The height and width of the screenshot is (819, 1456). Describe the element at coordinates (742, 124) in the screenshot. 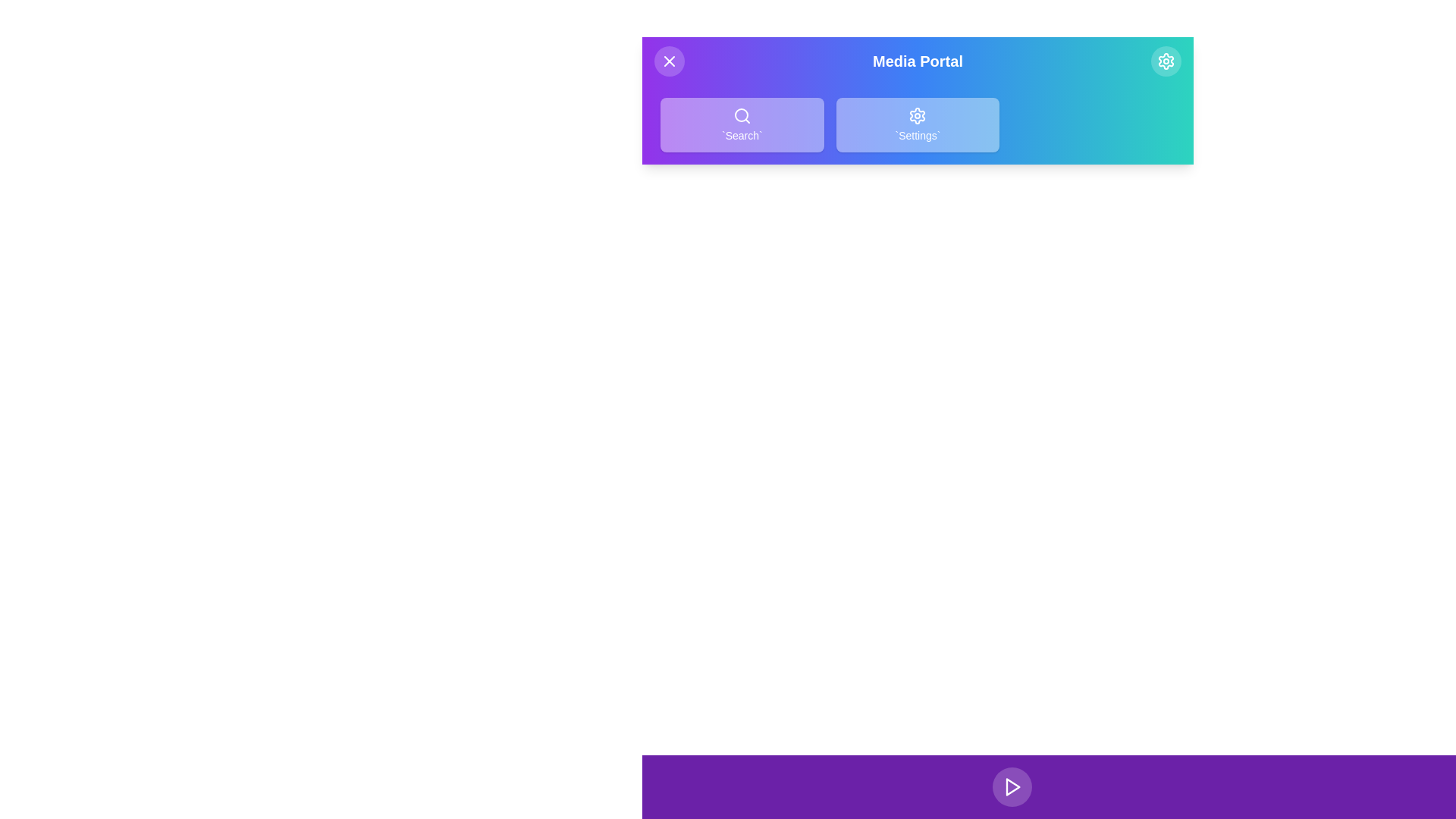

I see `the 'Search' button to navigate to the 'Search' section` at that location.